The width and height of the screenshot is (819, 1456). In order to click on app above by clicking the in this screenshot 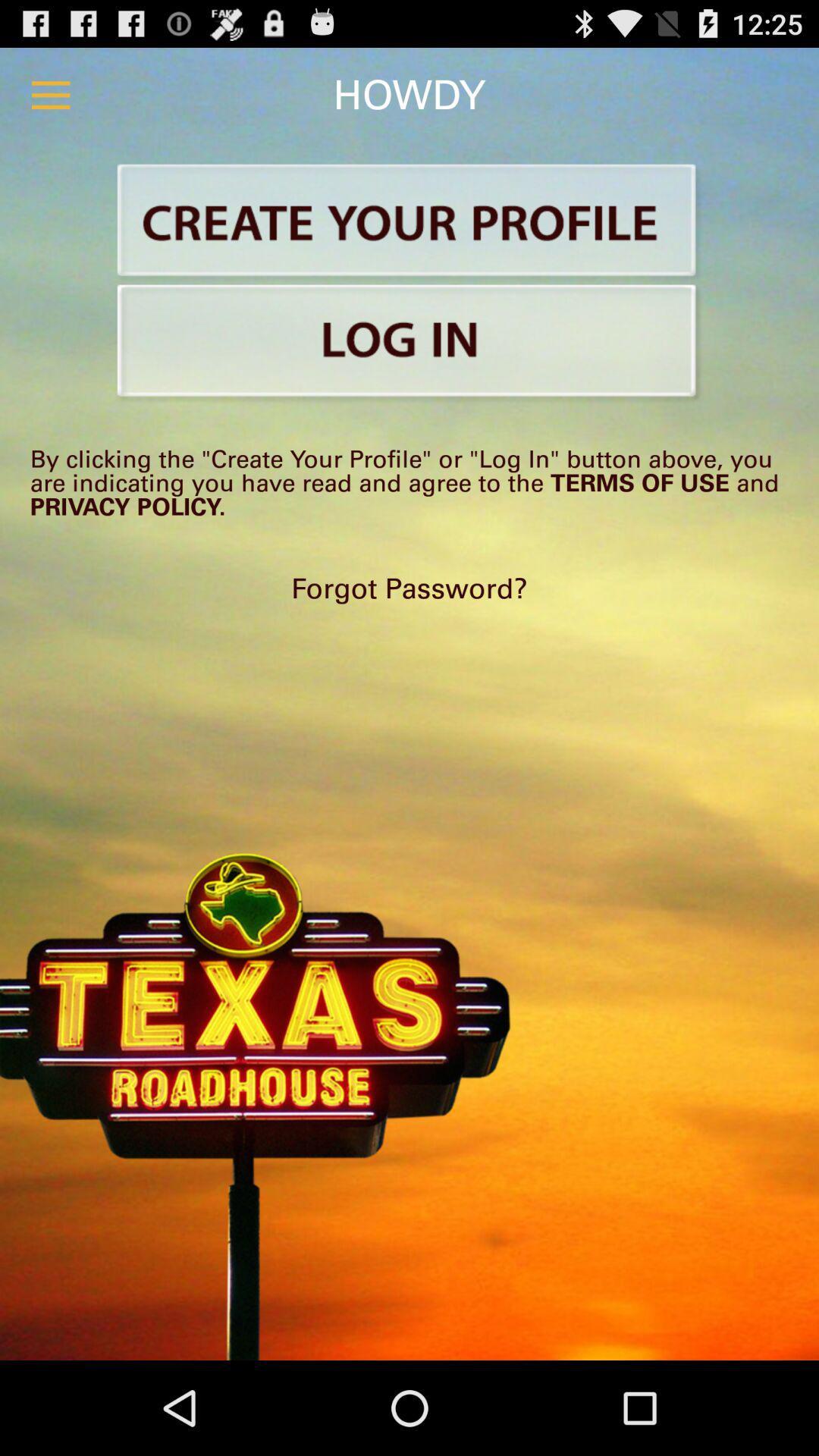, I will do `click(409, 343)`.